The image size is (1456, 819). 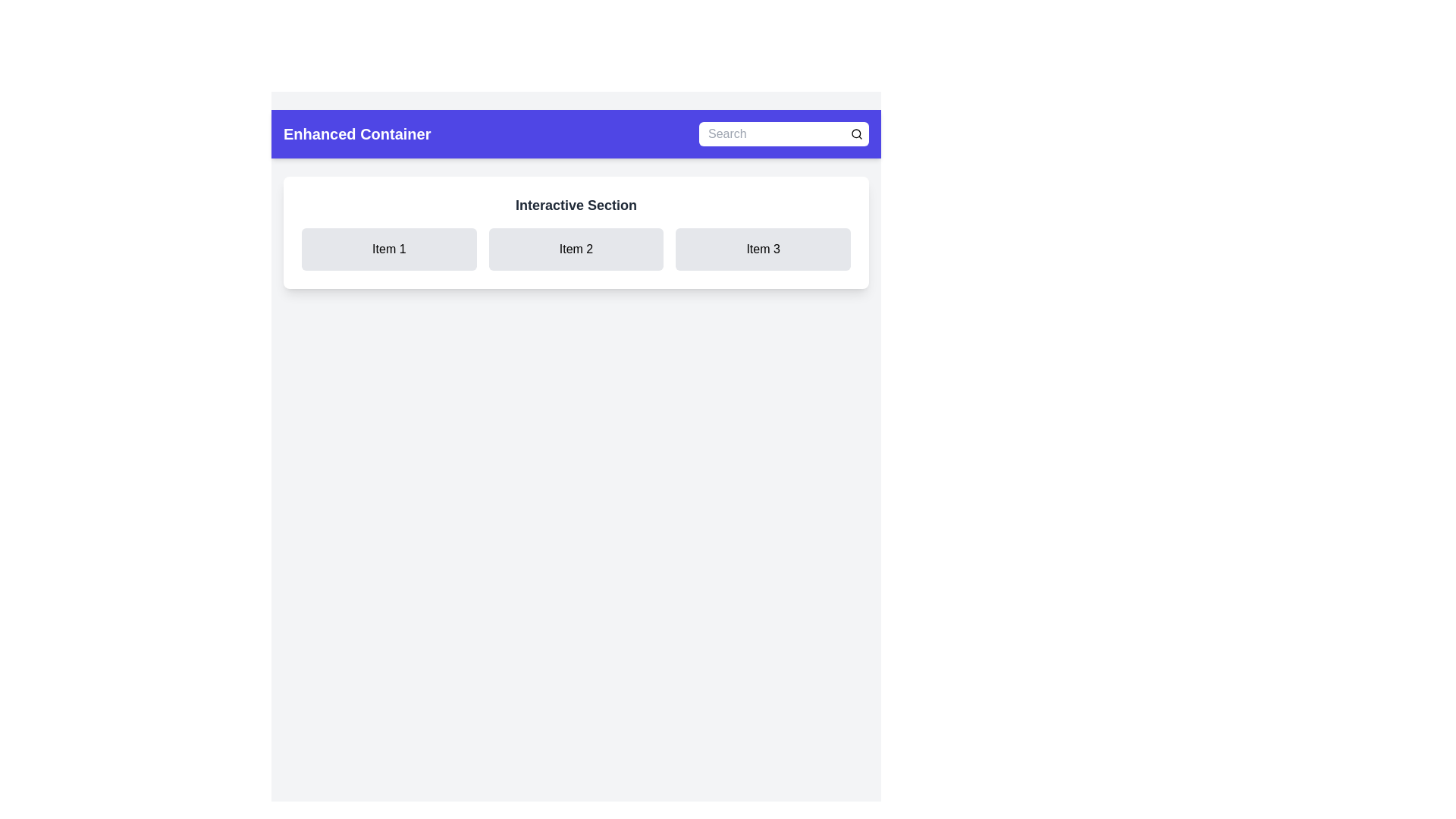 What do you see at coordinates (856, 133) in the screenshot?
I see `the search icon located in the top-right corner of the application, next to the 'Search' input field` at bounding box center [856, 133].